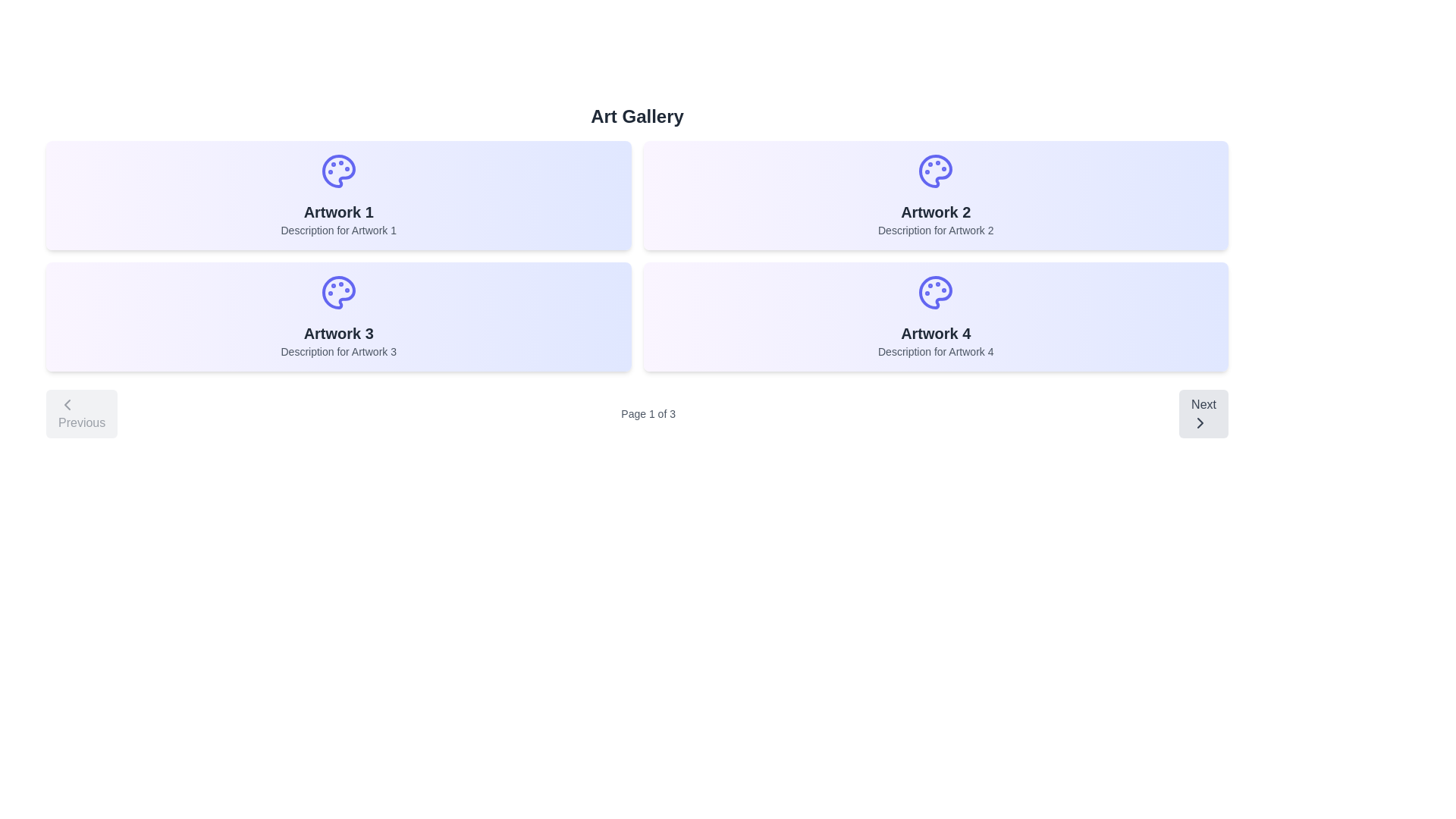  What do you see at coordinates (637, 116) in the screenshot?
I see `the prominent title text 'Art Gallery', which is a large, bold heading centered at the top of the content area` at bounding box center [637, 116].